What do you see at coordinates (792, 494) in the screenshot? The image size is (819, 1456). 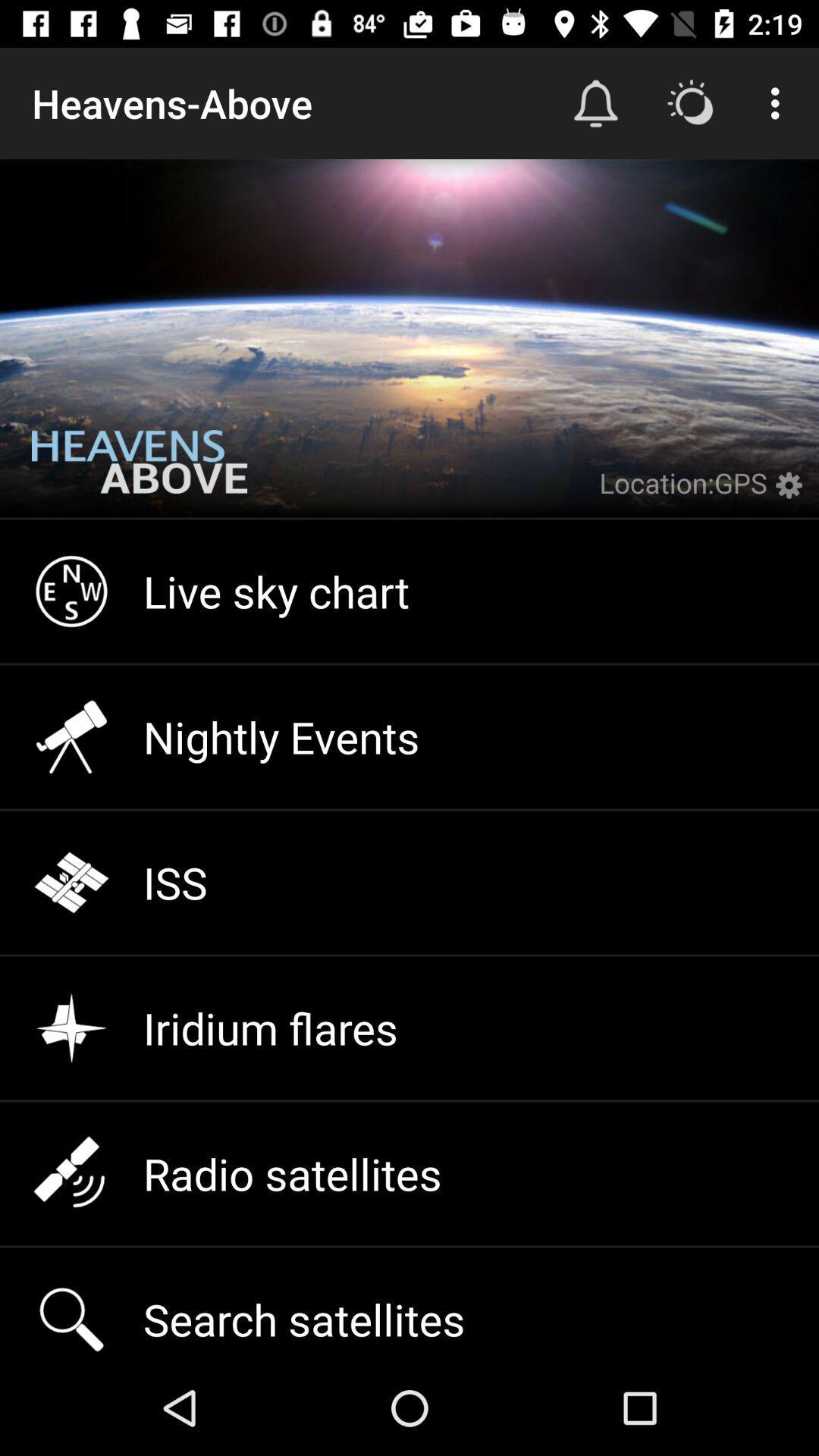 I see `settings toggle` at bounding box center [792, 494].